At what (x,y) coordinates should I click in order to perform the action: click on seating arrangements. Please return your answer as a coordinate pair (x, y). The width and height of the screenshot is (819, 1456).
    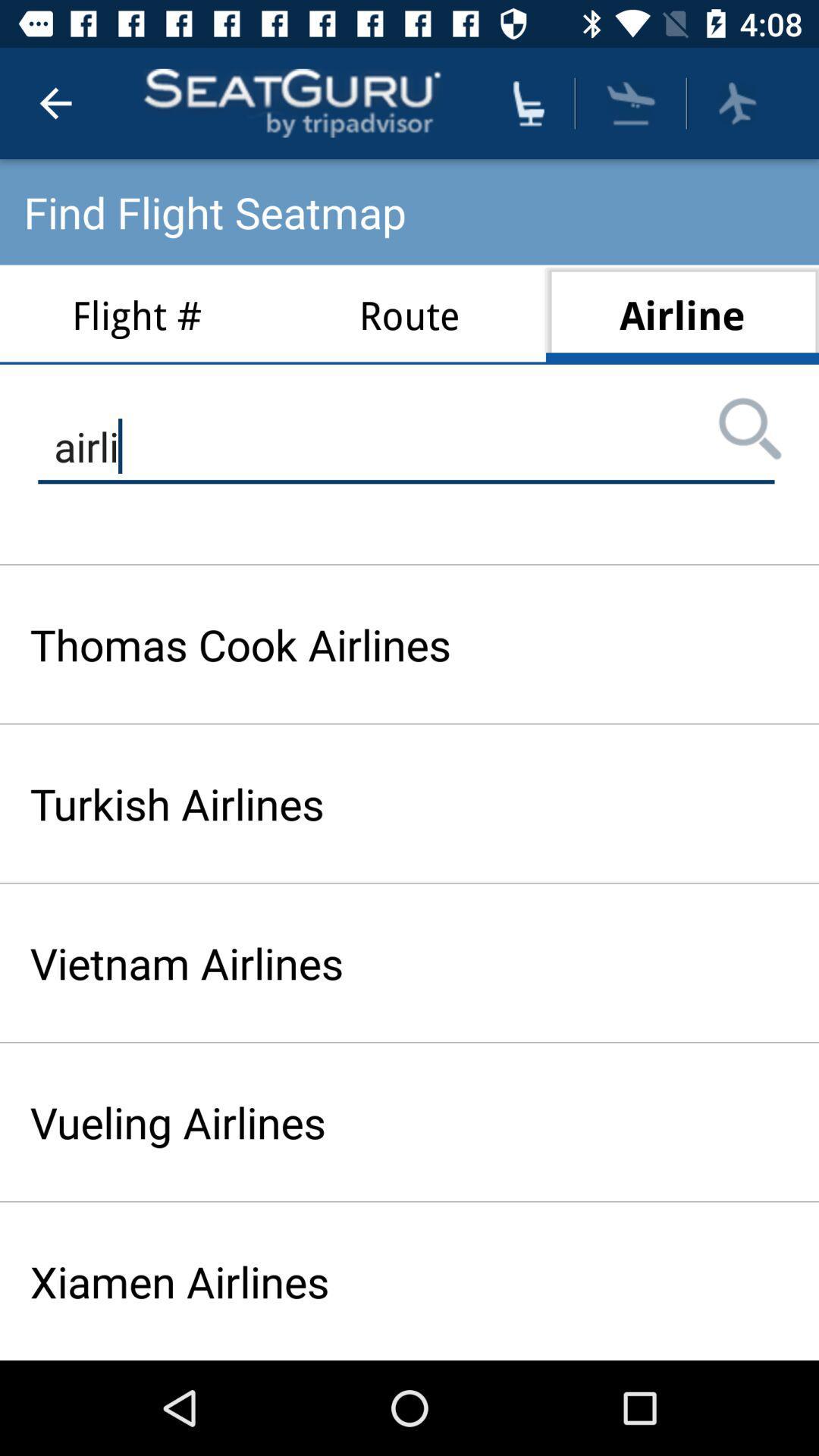
    Looking at the image, I should click on (528, 102).